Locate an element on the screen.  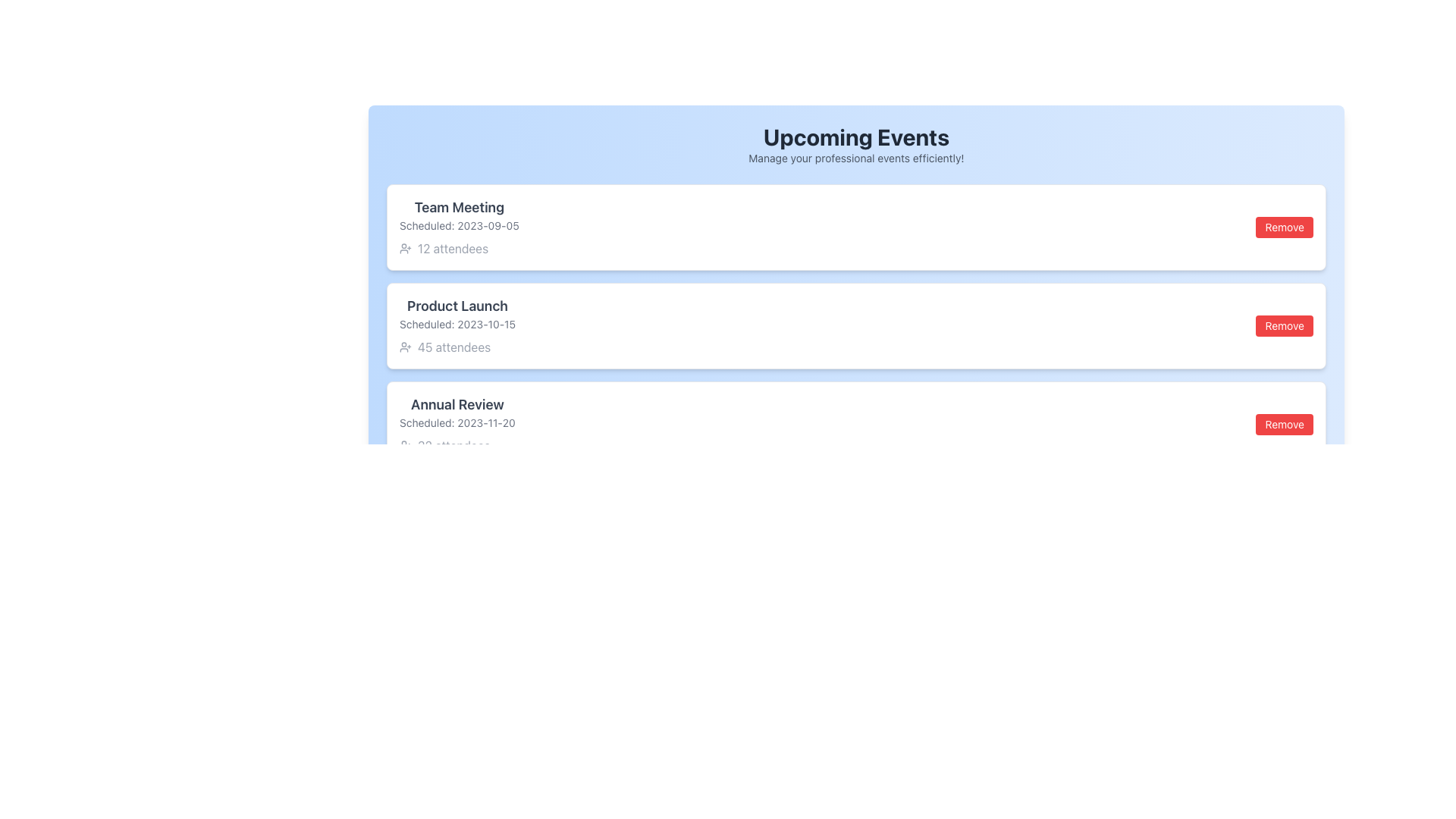
details of the Informational Block titled 'Annual Review' located beneath the 'Upcoming Events' header, which includes the date '2023-11-20' and '32 attendees' is located at coordinates (457, 424).